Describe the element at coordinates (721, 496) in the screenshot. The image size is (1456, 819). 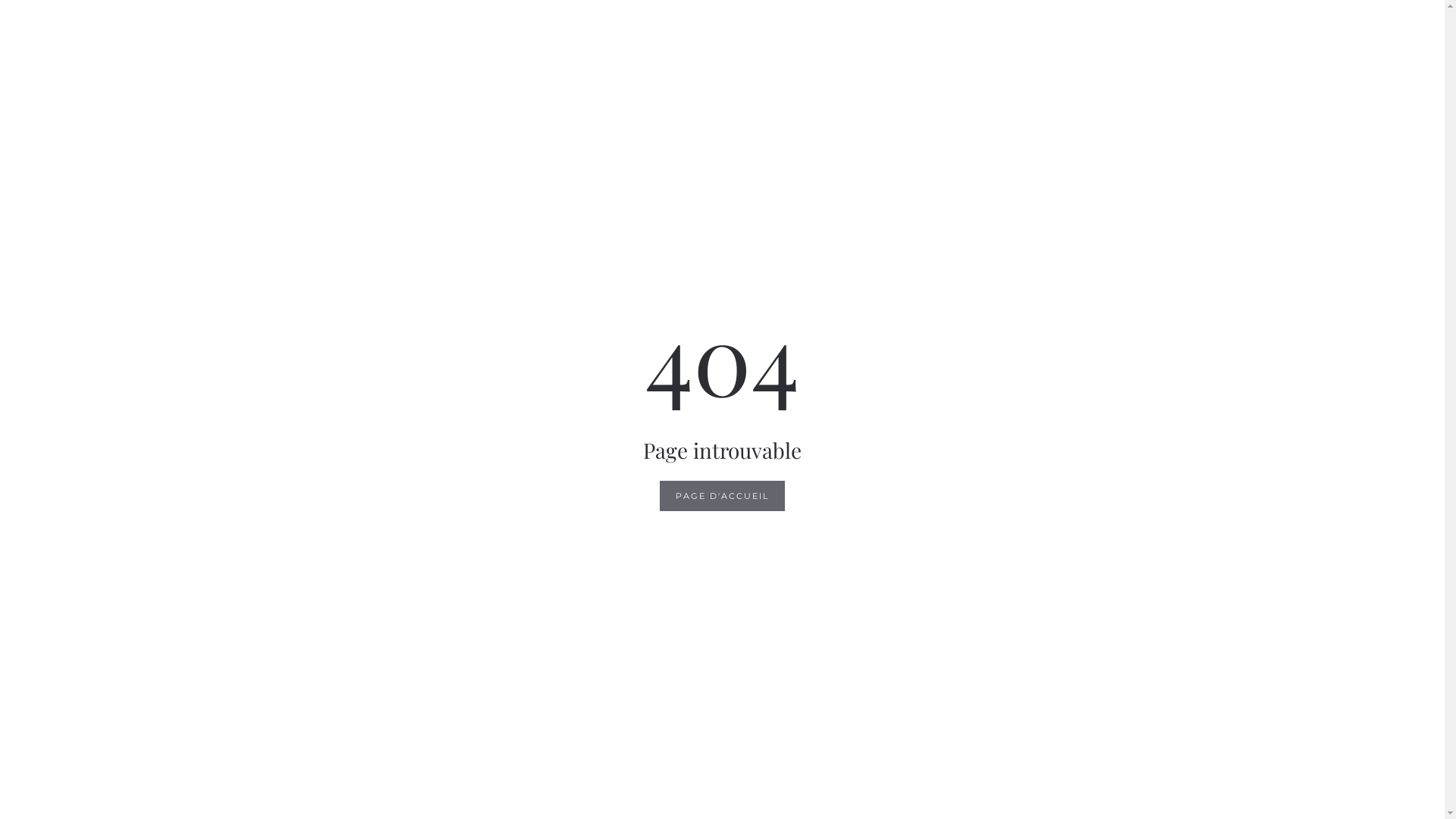
I see `'PAGE D'ACCUEIL'` at that location.